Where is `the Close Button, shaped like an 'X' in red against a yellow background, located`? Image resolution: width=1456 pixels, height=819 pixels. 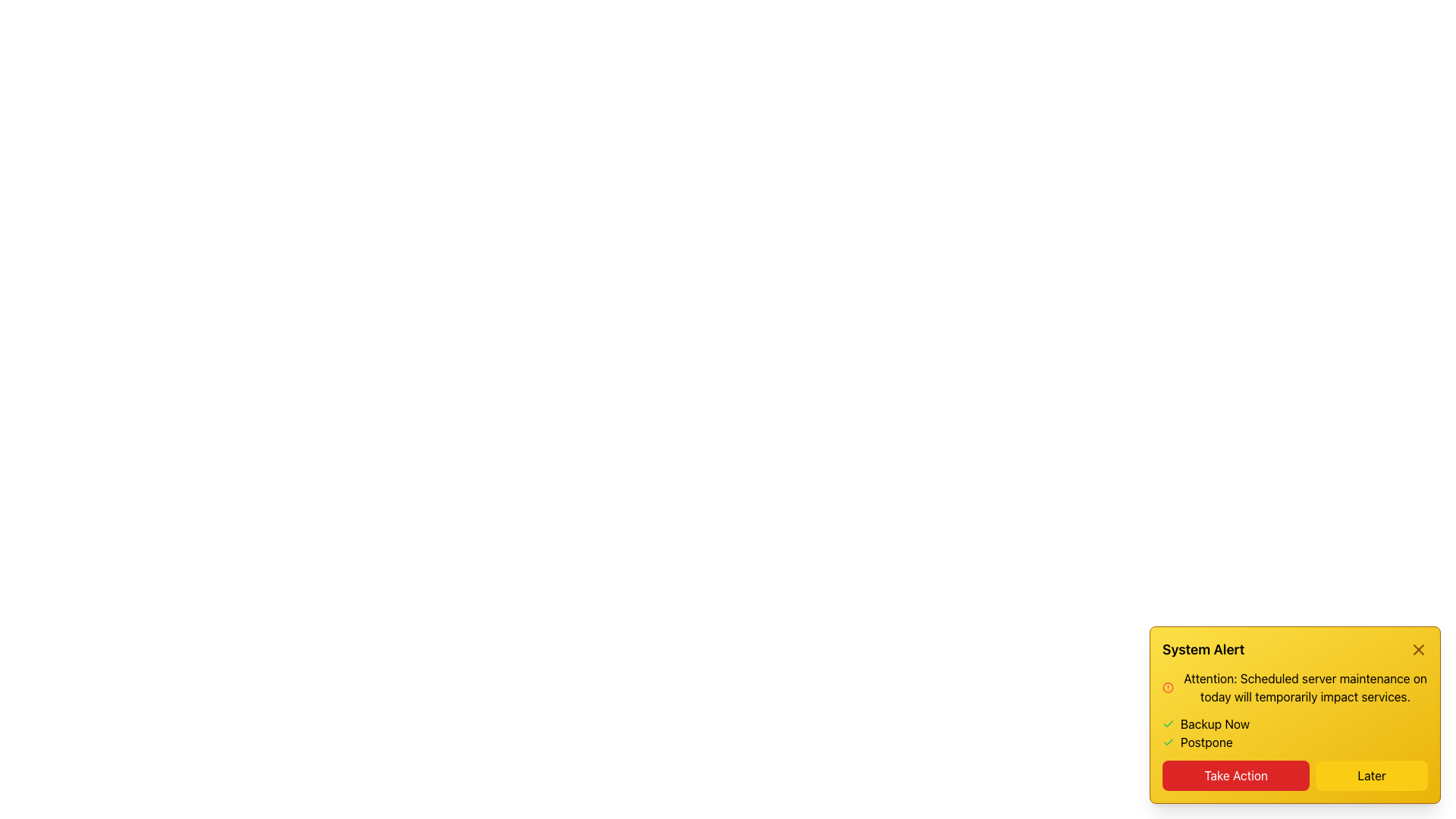
the Close Button, shaped like an 'X' in red against a yellow background, located is located at coordinates (1418, 648).